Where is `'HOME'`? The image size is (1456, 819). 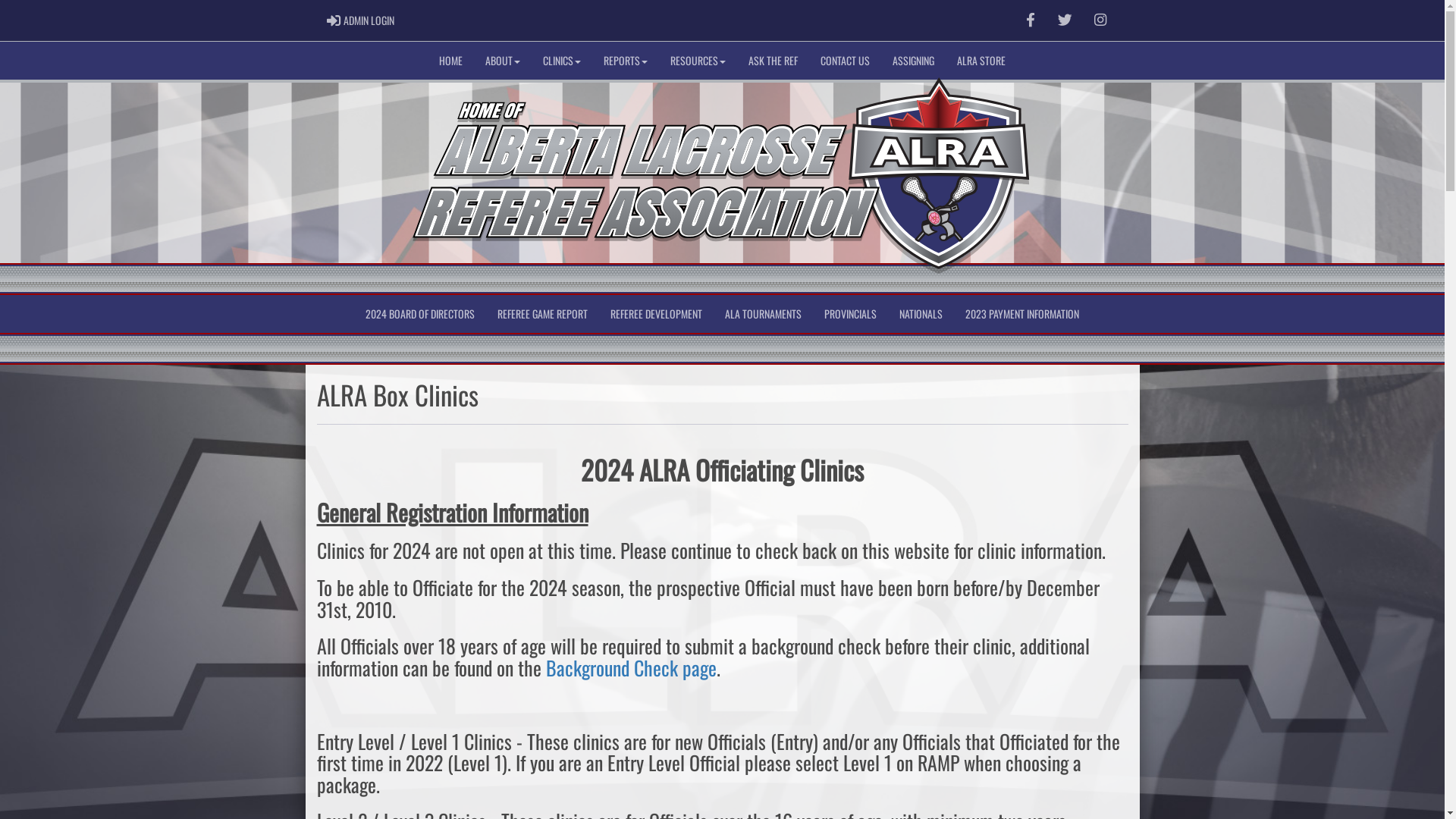
'HOME' is located at coordinates (450, 60).